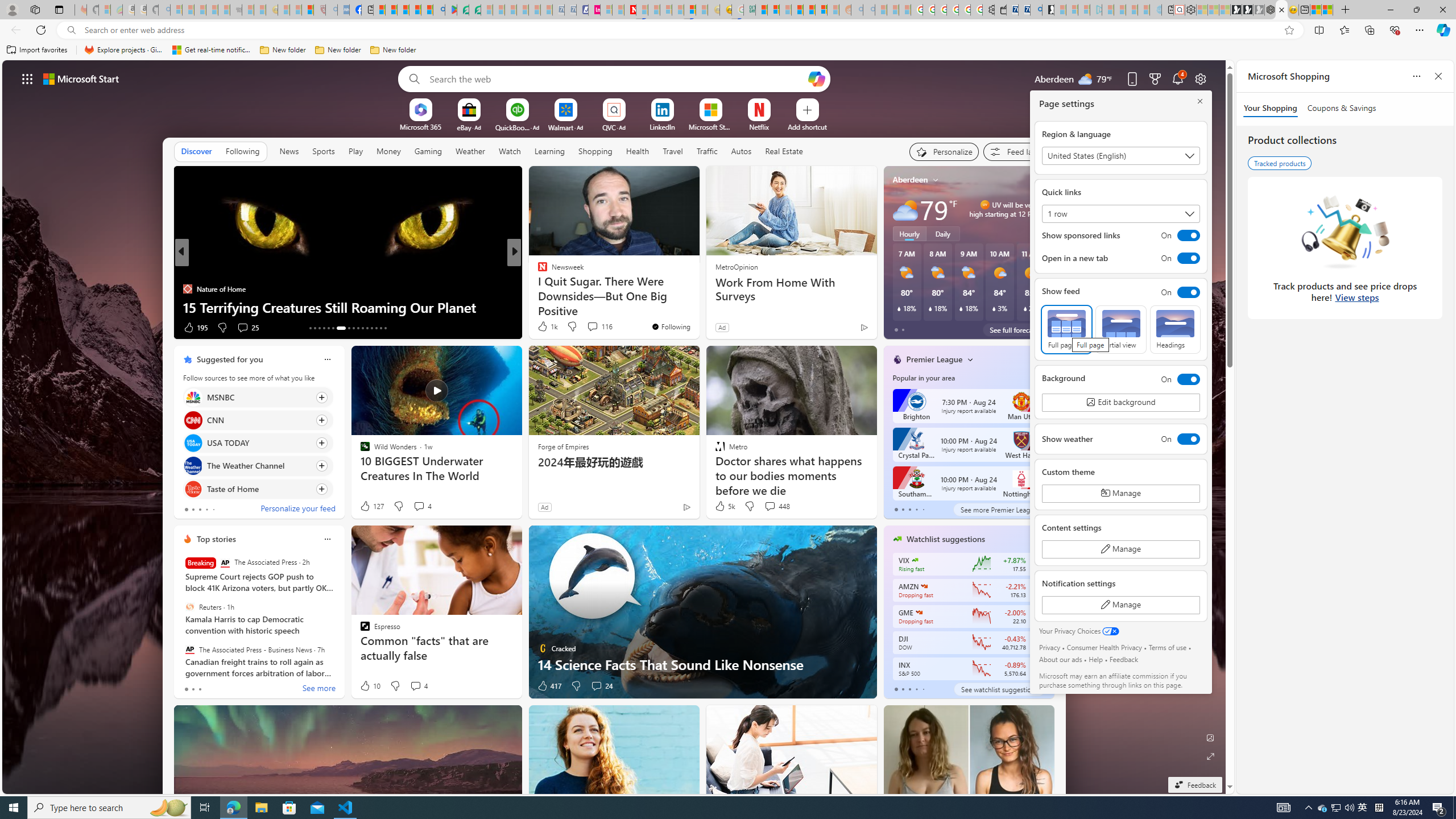  I want to click on 'Real Estate', so click(783, 150).